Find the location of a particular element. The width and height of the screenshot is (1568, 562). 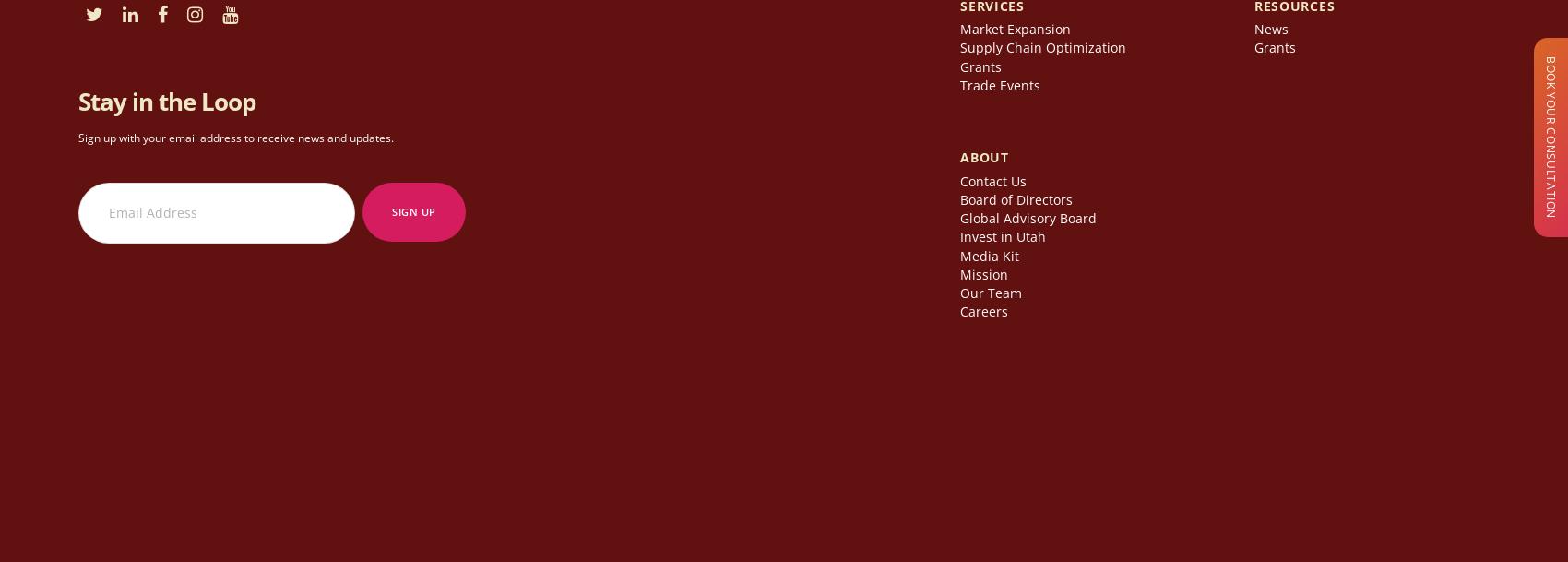

'Copyright © 2023 World Trade Center Utah. All rights reserved.' is located at coordinates (394, 435).